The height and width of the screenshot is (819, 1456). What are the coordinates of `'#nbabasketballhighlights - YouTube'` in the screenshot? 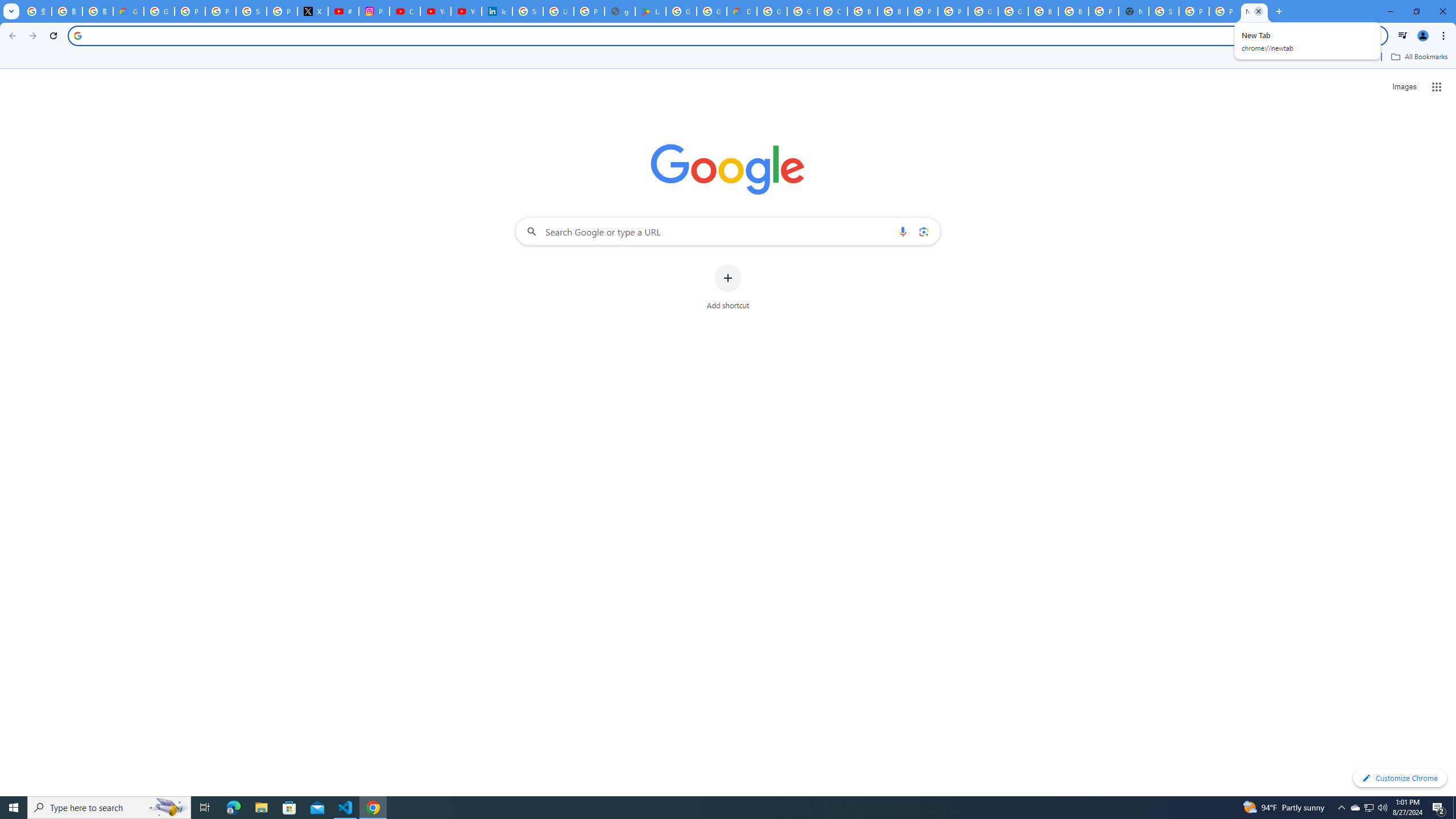 It's located at (343, 11).